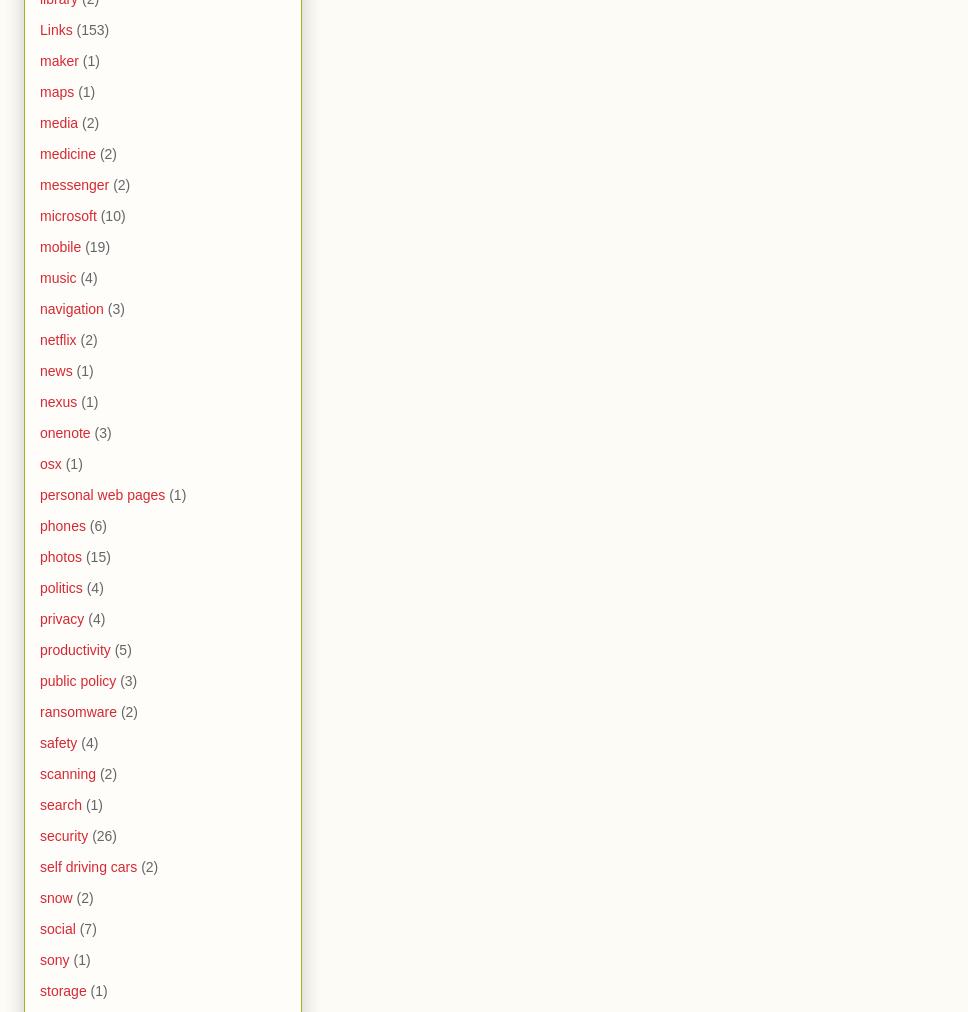  I want to click on 'storage', so click(39, 990).